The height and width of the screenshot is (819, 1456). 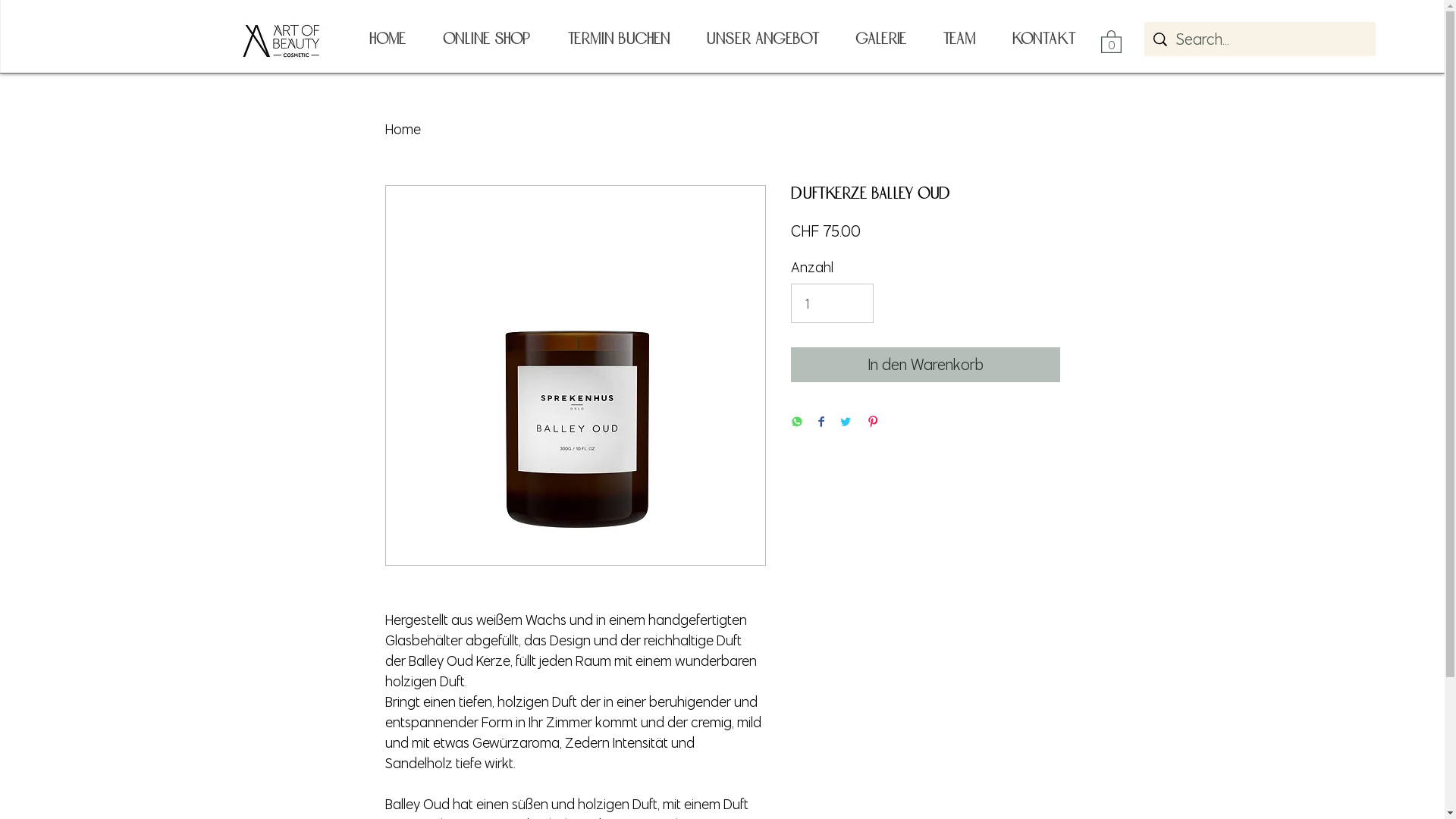 What do you see at coordinates (1100, 40) in the screenshot?
I see `'0'` at bounding box center [1100, 40].